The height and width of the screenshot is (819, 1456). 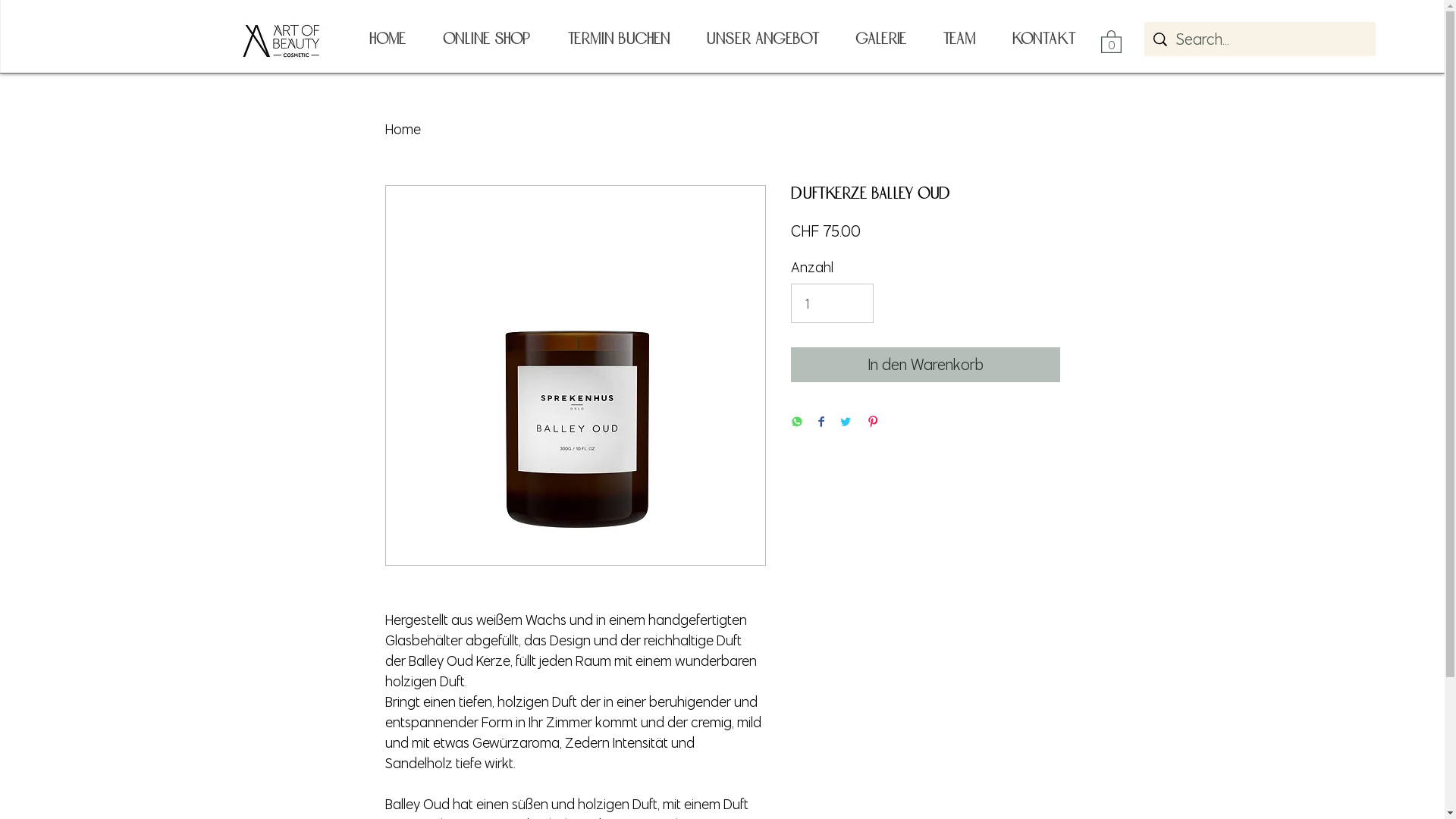 What do you see at coordinates (1100, 40) in the screenshot?
I see `'0'` at bounding box center [1100, 40].